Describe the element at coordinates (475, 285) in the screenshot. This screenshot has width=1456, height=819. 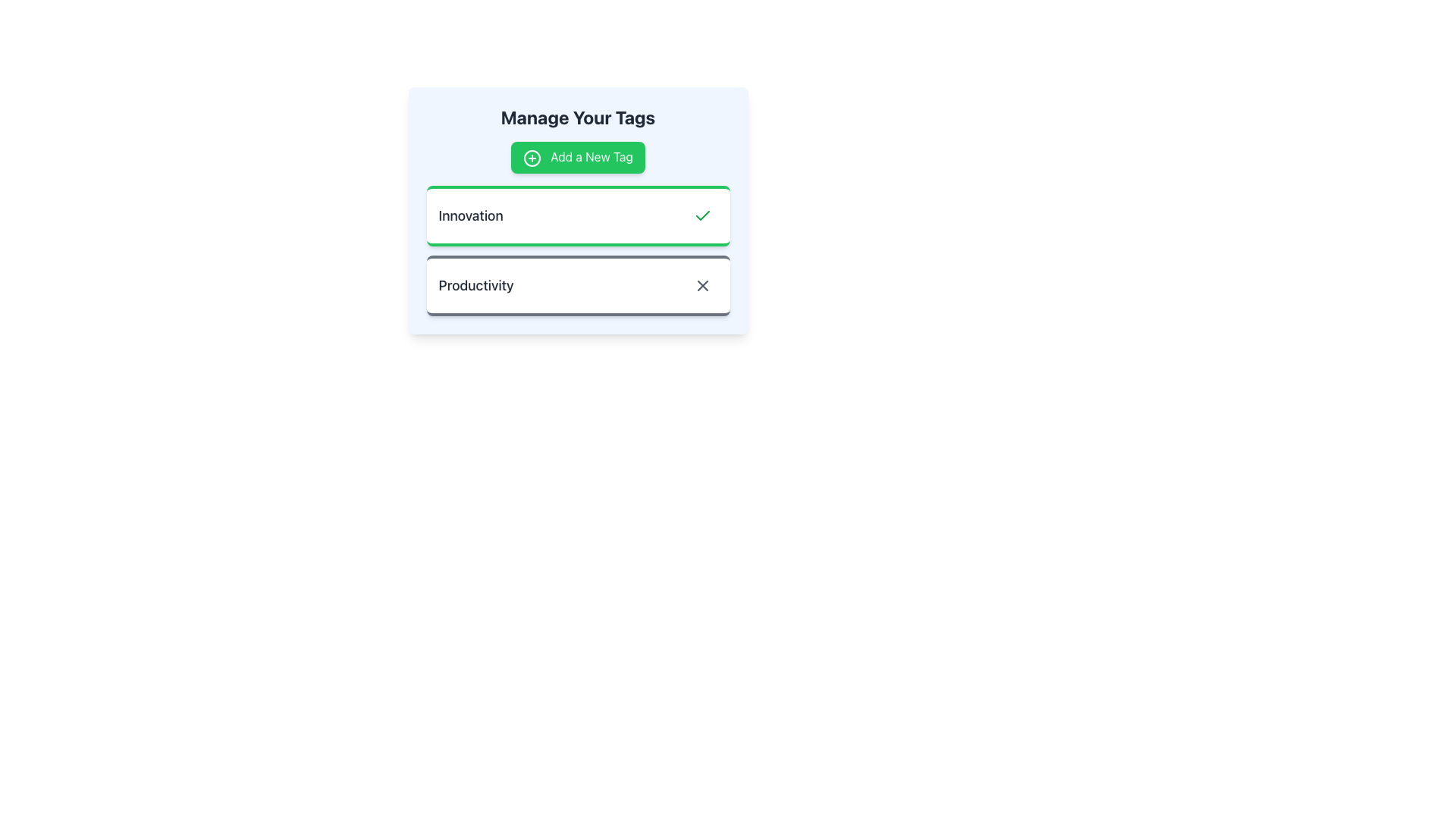
I see `the text label that identifies the content or category, located to the left of the cross icon within the rectangular box` at that location.